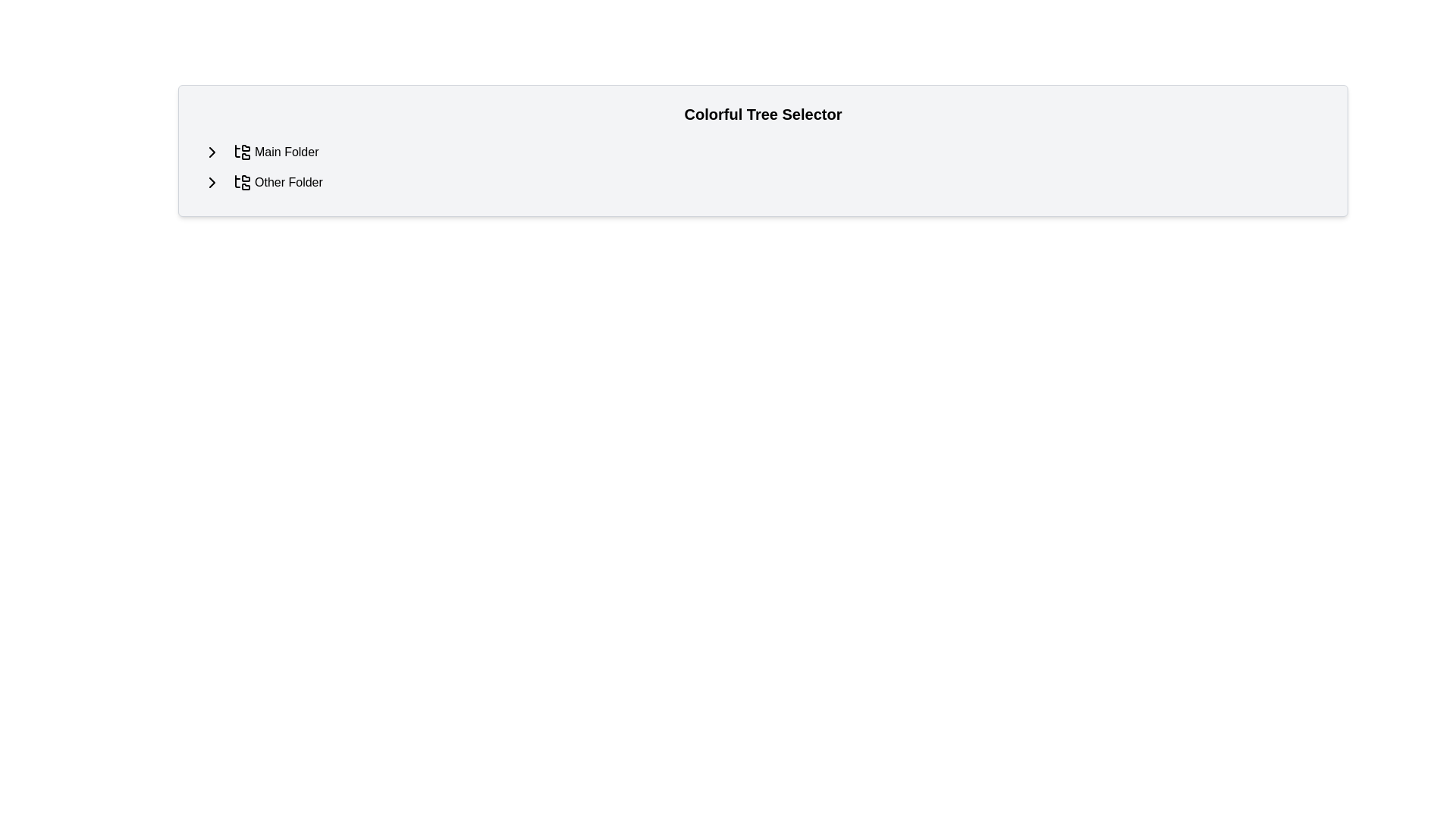  Describe the element at coordinates (243, 152) in the screenshot. I see `the folder tree structure icon located to the immediate left of the 'Main Folder' text label in the first list entry of the vertical list` at that location.